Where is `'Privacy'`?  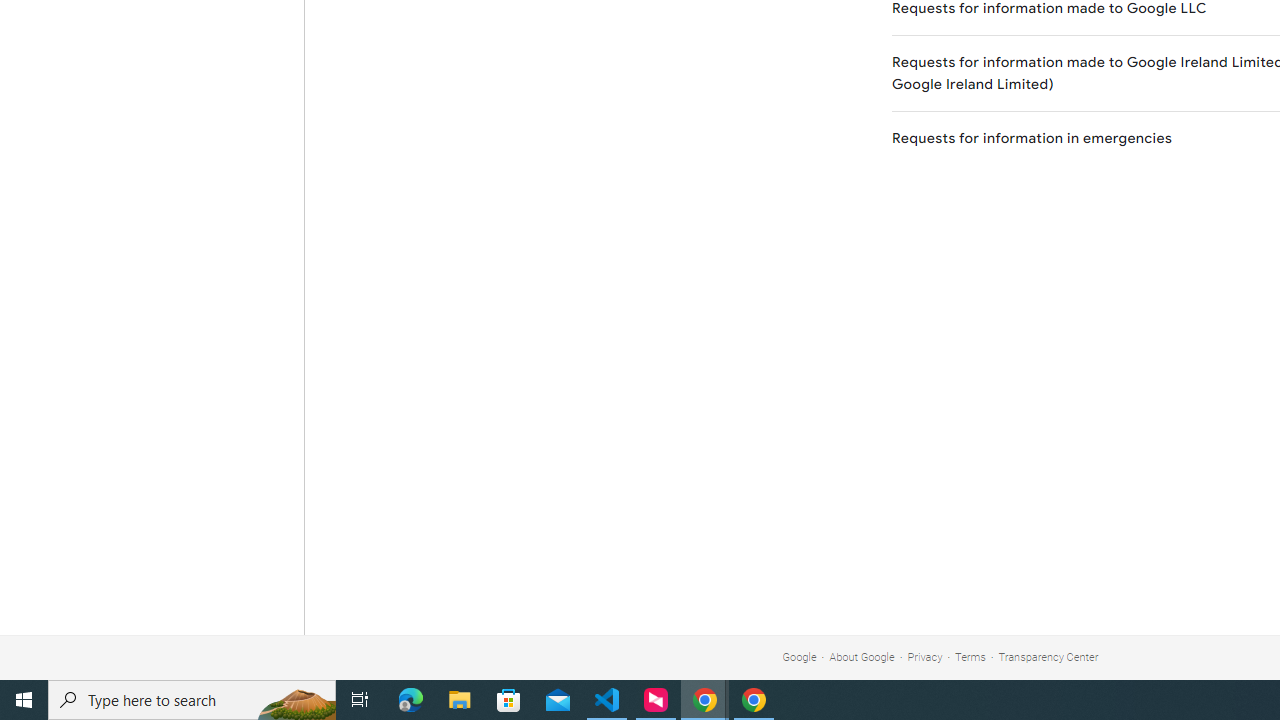 'Privacy' is located at coordinates (924, 657).